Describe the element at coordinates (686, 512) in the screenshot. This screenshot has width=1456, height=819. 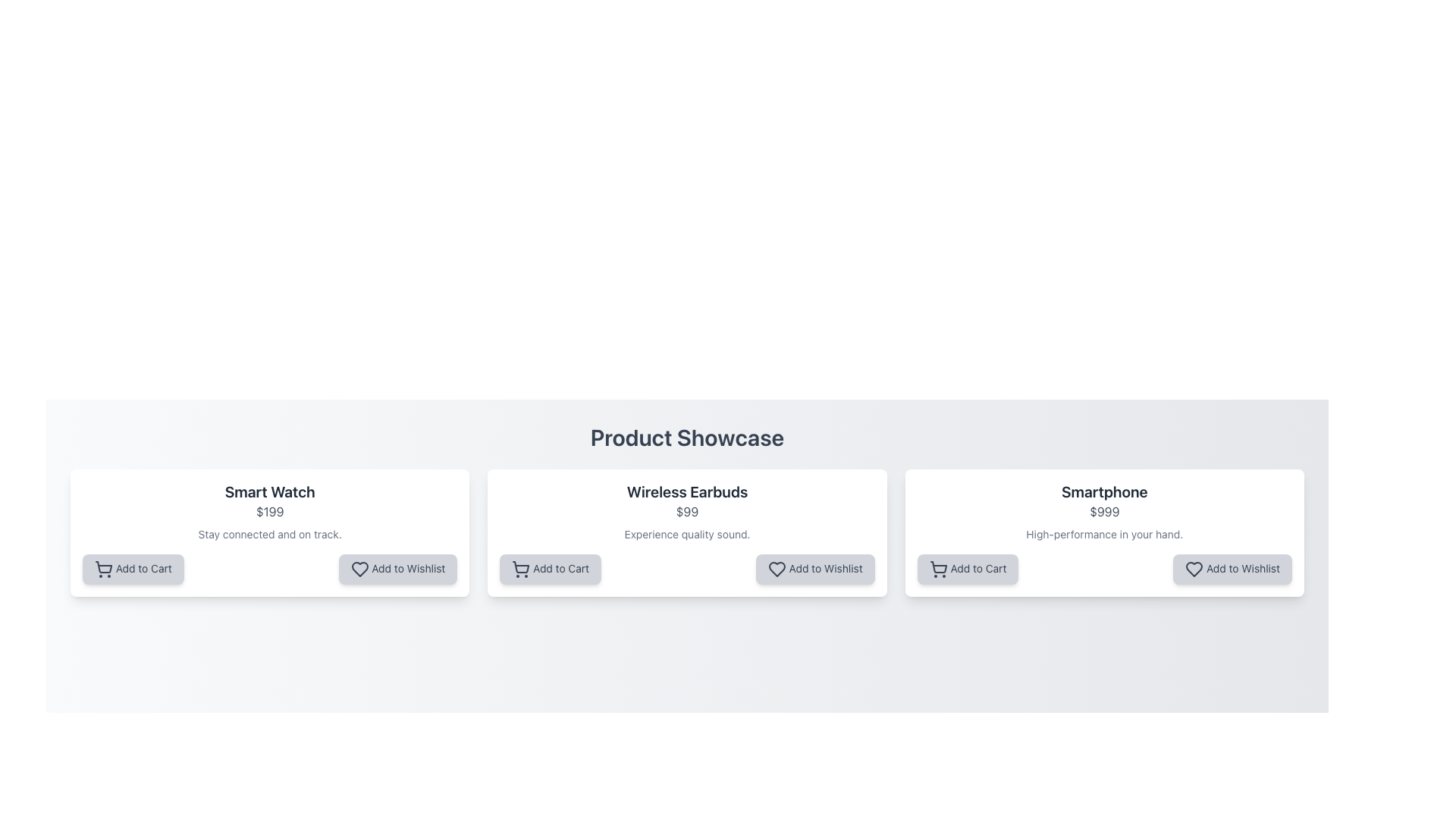
I see `the text label displaying the price '$99' located in the center card of the product showcase under the title 'Wireless Earbuds'` at that location.